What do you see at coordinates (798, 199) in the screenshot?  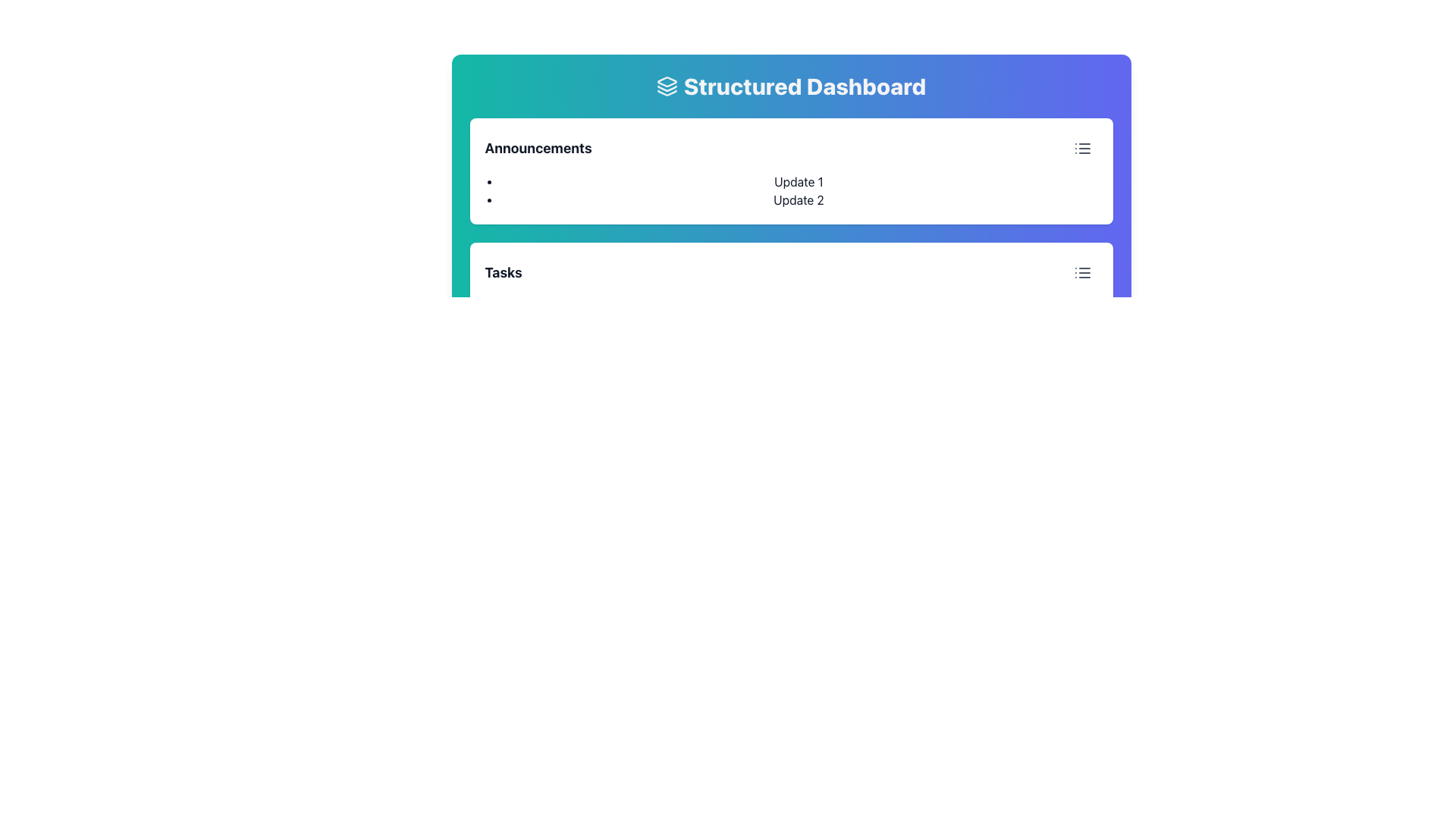 I see `the informational text label located in the announcements section of the dashboard, positioned below 'Update 1'` at bounding box center [798, 199].